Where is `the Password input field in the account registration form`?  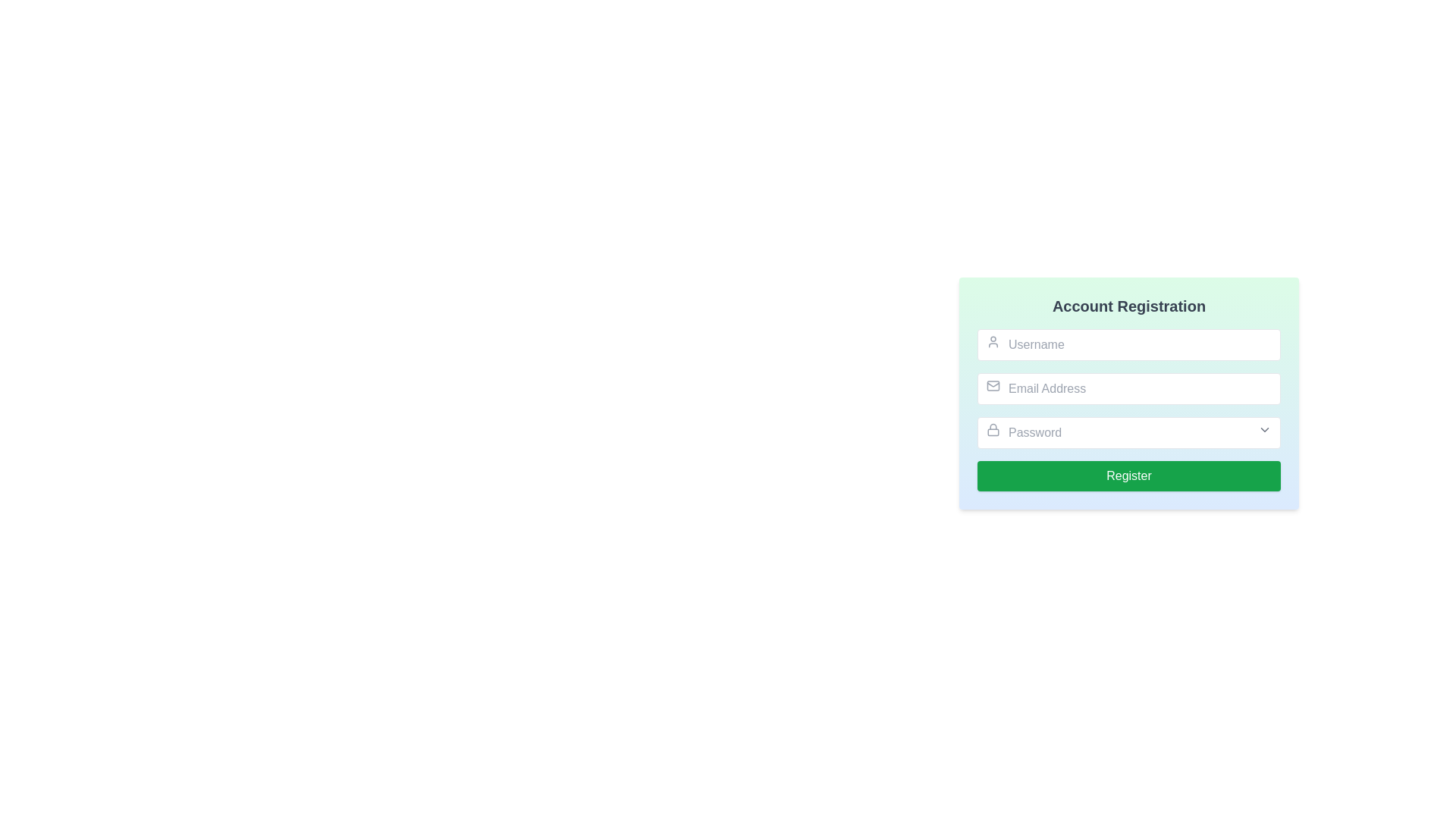 the Password input field in the account registration form is located at coordinates (1128, 432).